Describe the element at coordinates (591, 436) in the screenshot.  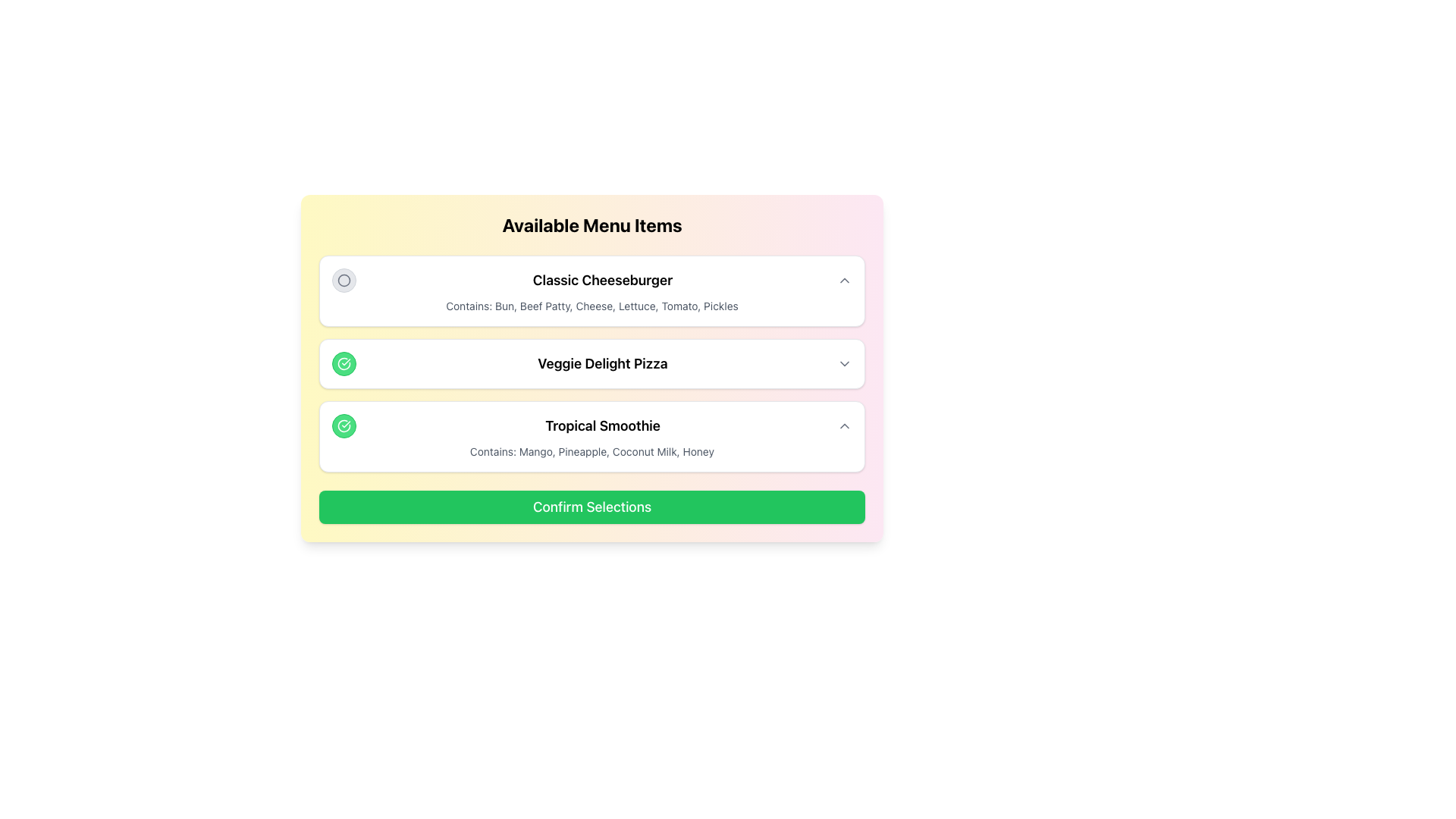
I see `the 'Tropical Smoothie' card` at that location.